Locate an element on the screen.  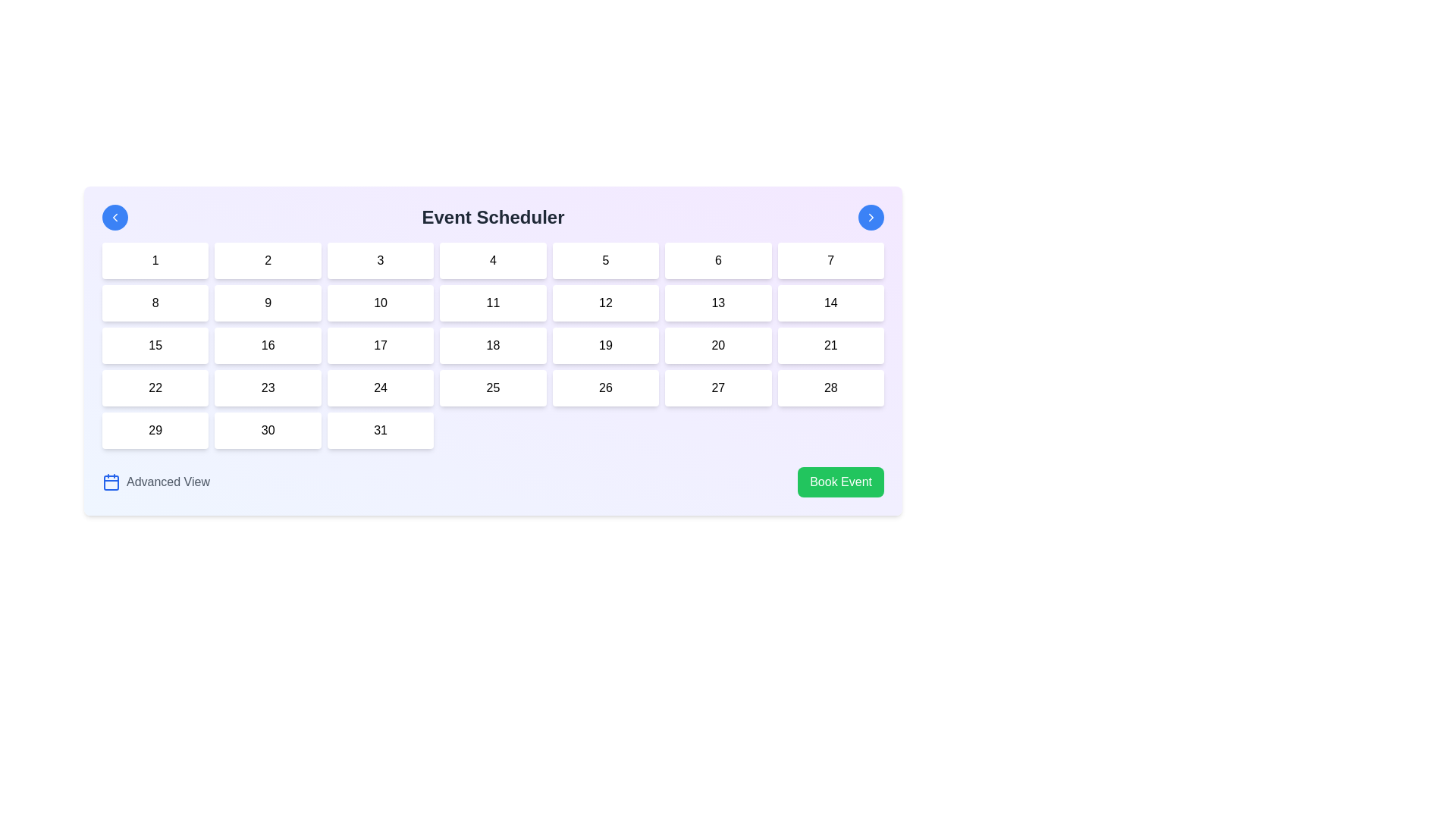
the interactive button is located at coordinates (155, 430).